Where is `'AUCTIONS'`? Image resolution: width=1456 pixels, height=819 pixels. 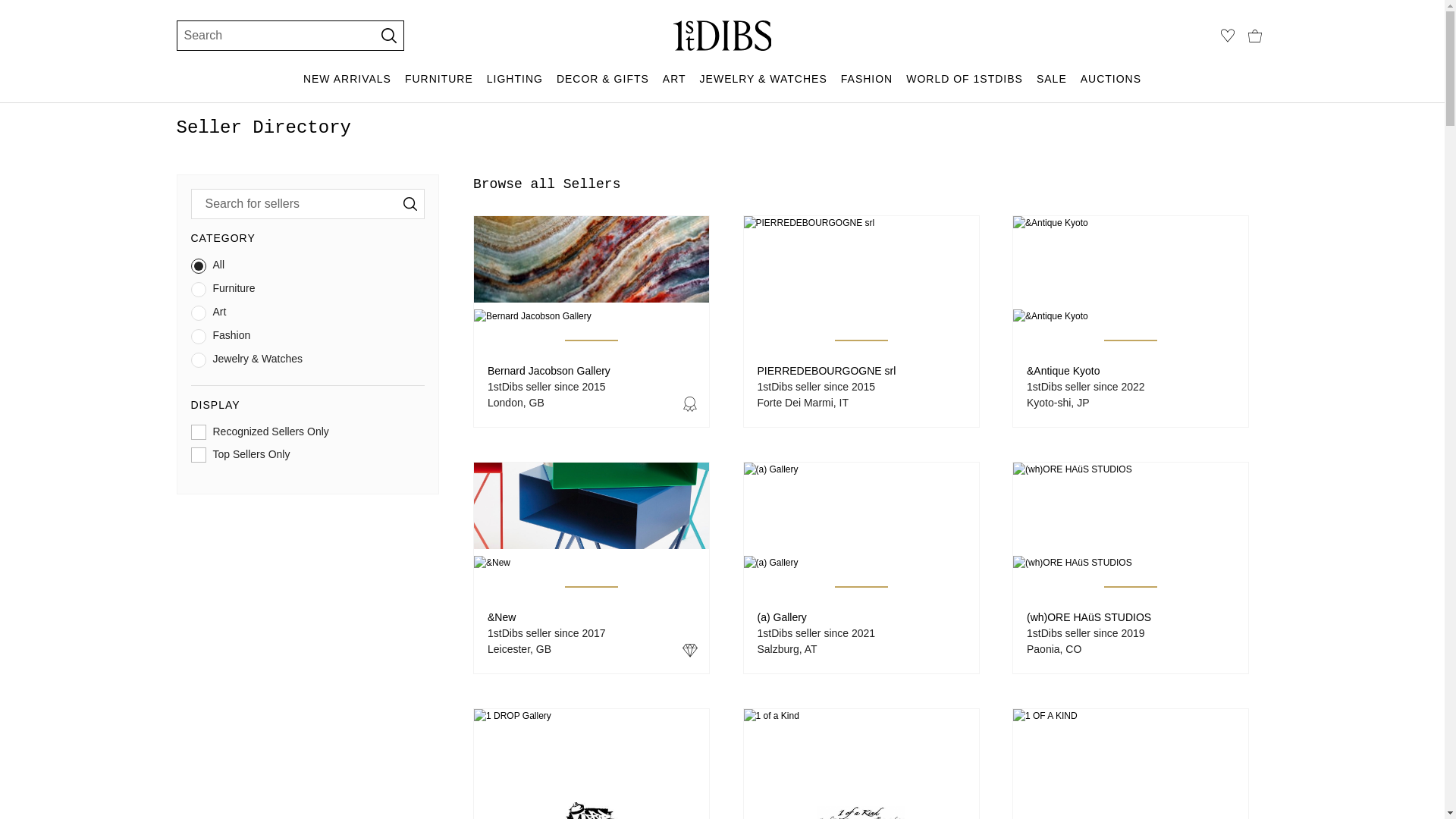
'AUCTIONS' is located at coordinates (1110, 86).